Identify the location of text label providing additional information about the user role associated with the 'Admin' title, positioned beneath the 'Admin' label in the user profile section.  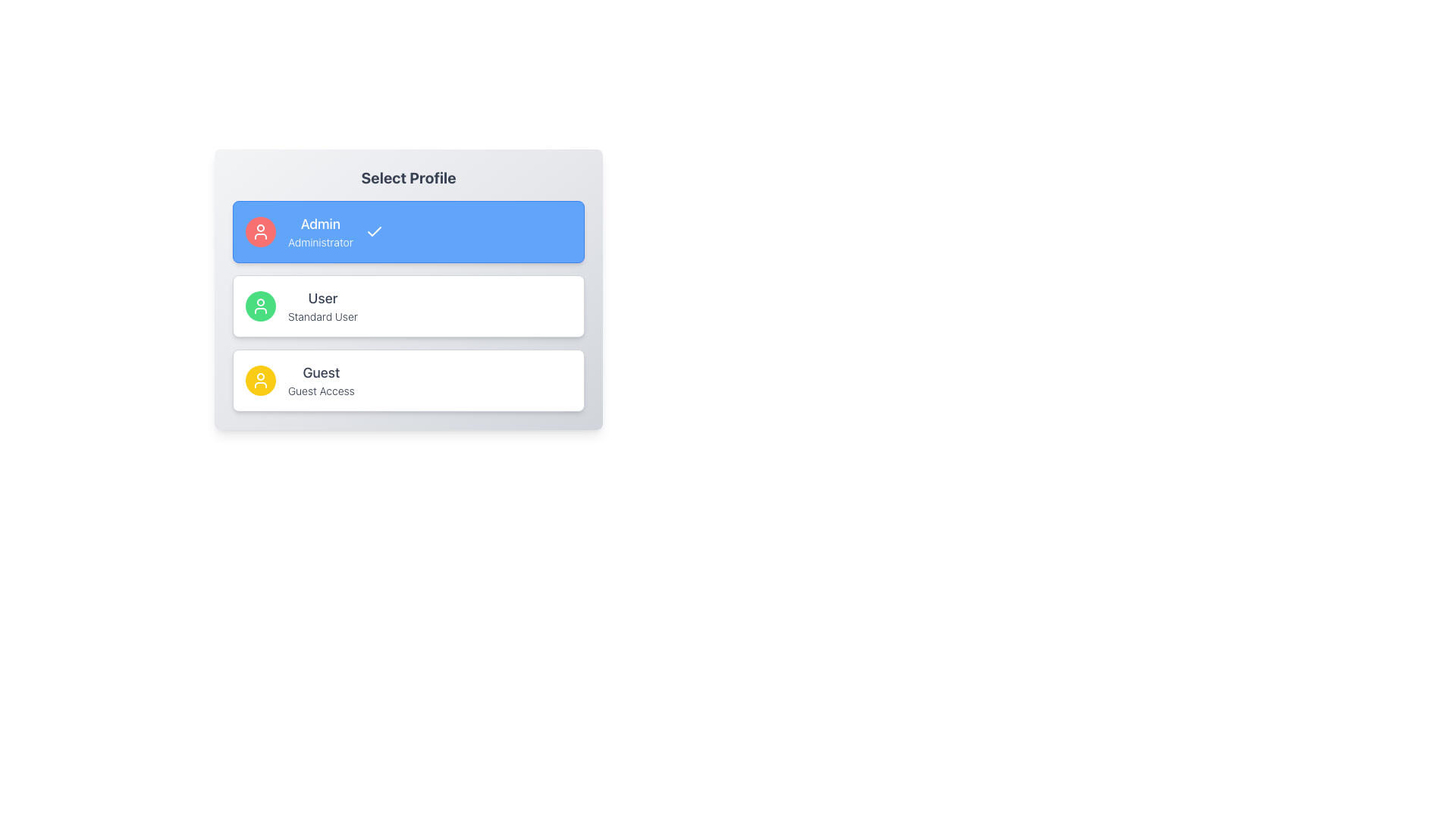
(319, 242).